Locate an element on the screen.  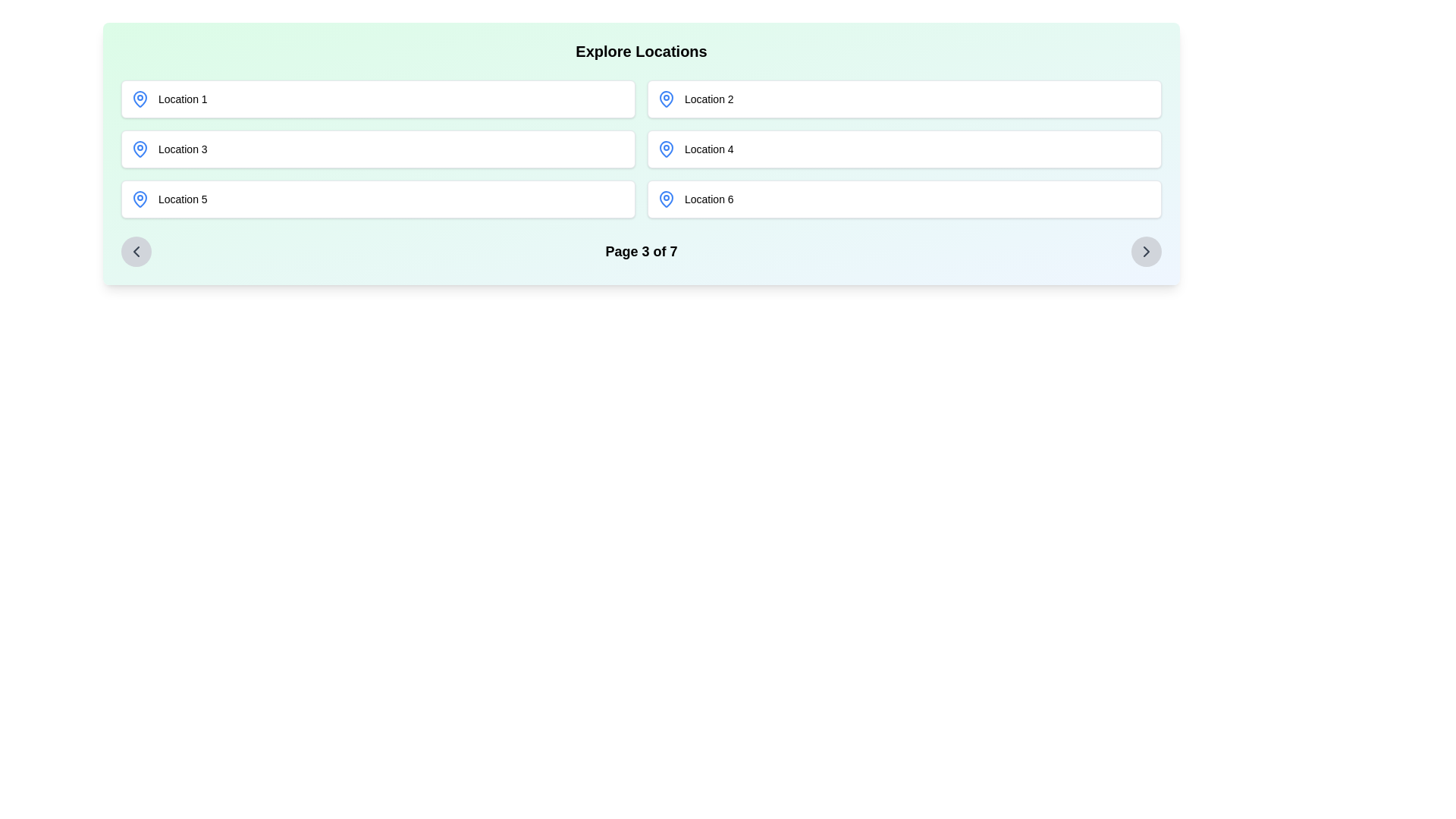
the location pin icon associated with 'Location 5', which is positioned on the left side of the list item is located at coordinates (140, 198).